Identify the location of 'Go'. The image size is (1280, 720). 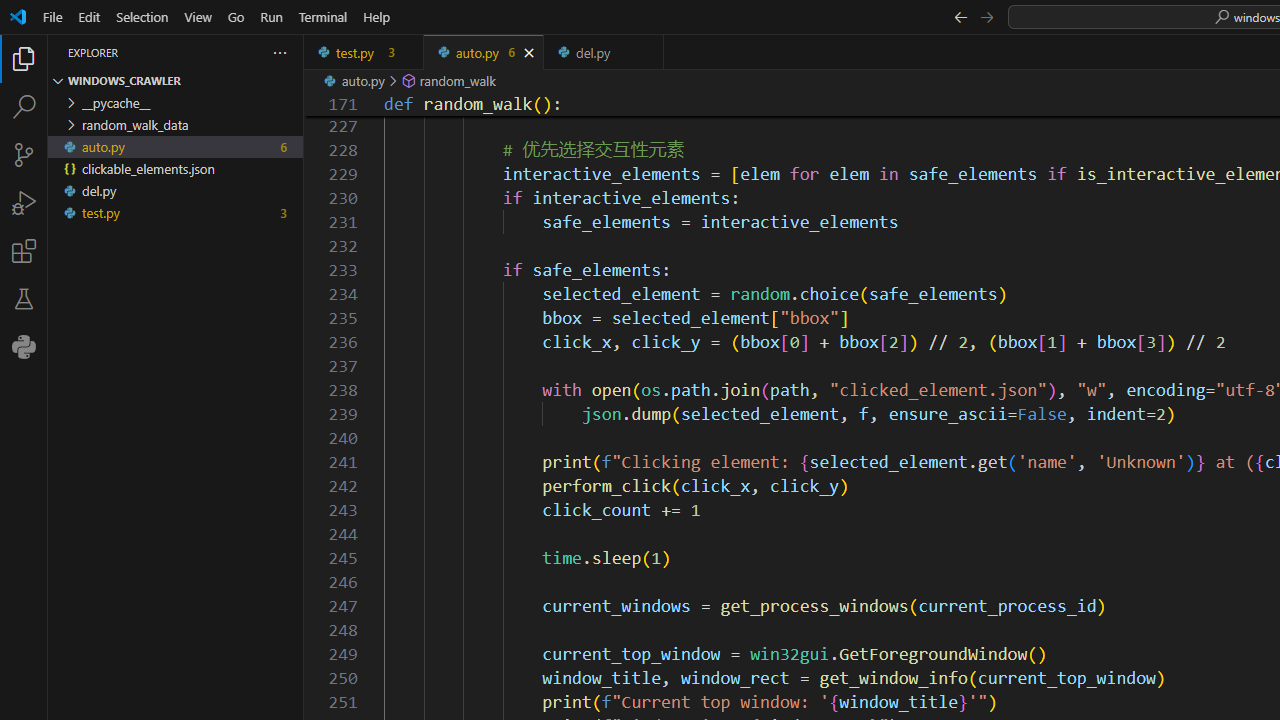
(236, 16).